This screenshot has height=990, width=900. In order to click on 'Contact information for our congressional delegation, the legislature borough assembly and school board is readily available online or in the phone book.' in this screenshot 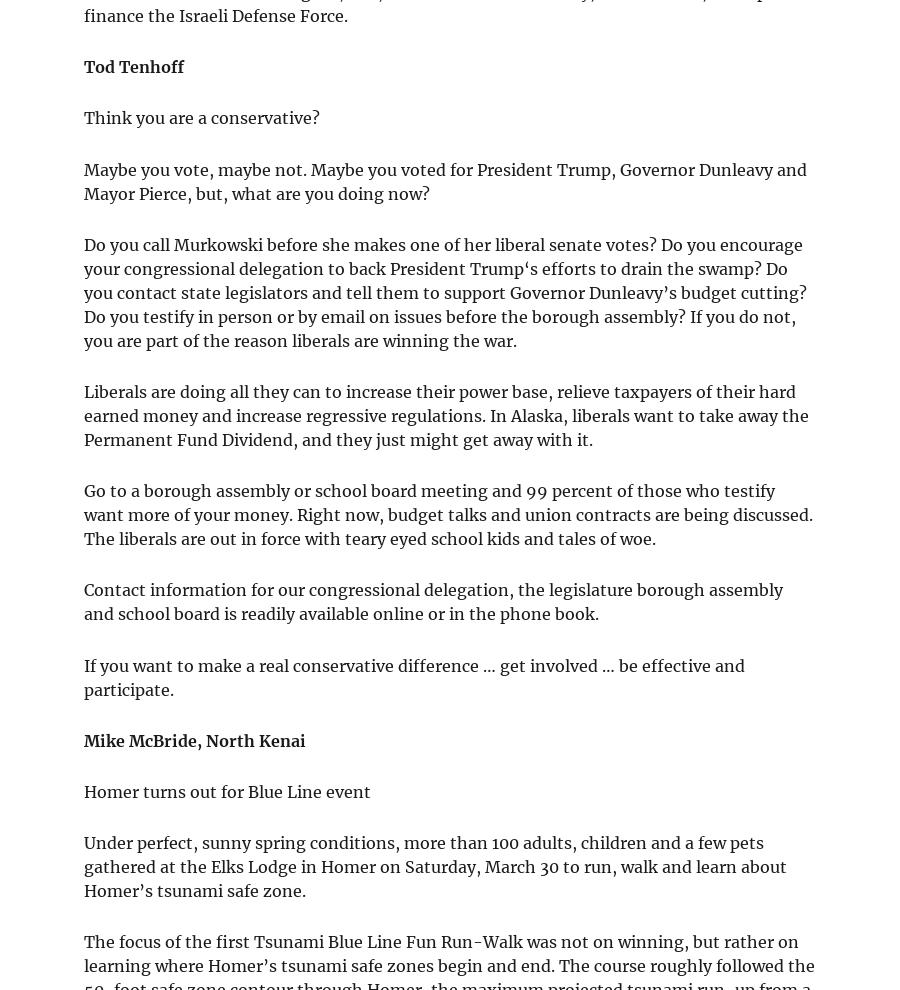, I will do `click(433, 601)`.